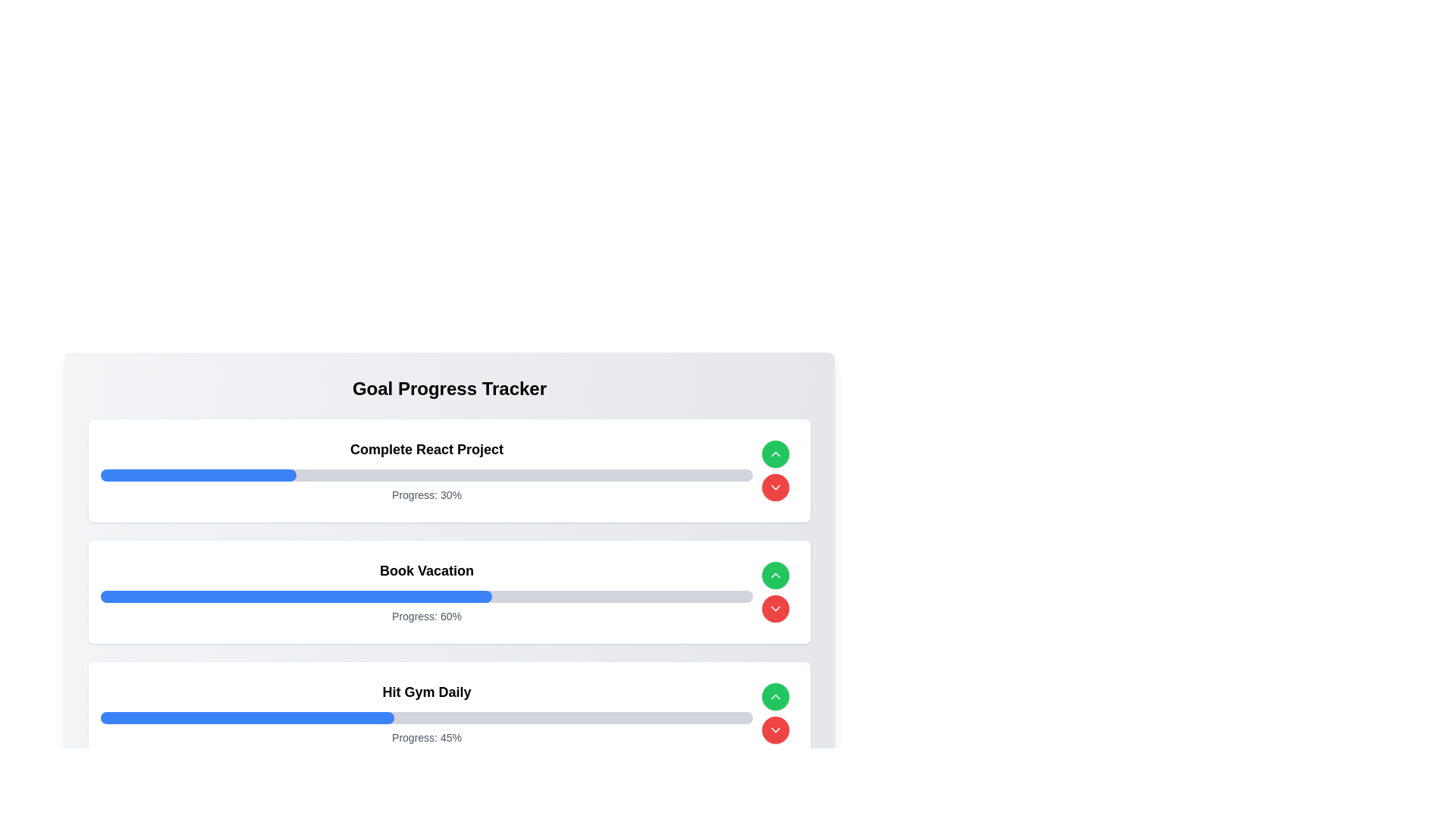 The image size is (1456, 819). What do you see at coordinates (247, 717) in the screenshot?
I see `the blue progress bar indicating 45% completion within the 'Hit Gym Daily' section` at bounding box center [247, 717].